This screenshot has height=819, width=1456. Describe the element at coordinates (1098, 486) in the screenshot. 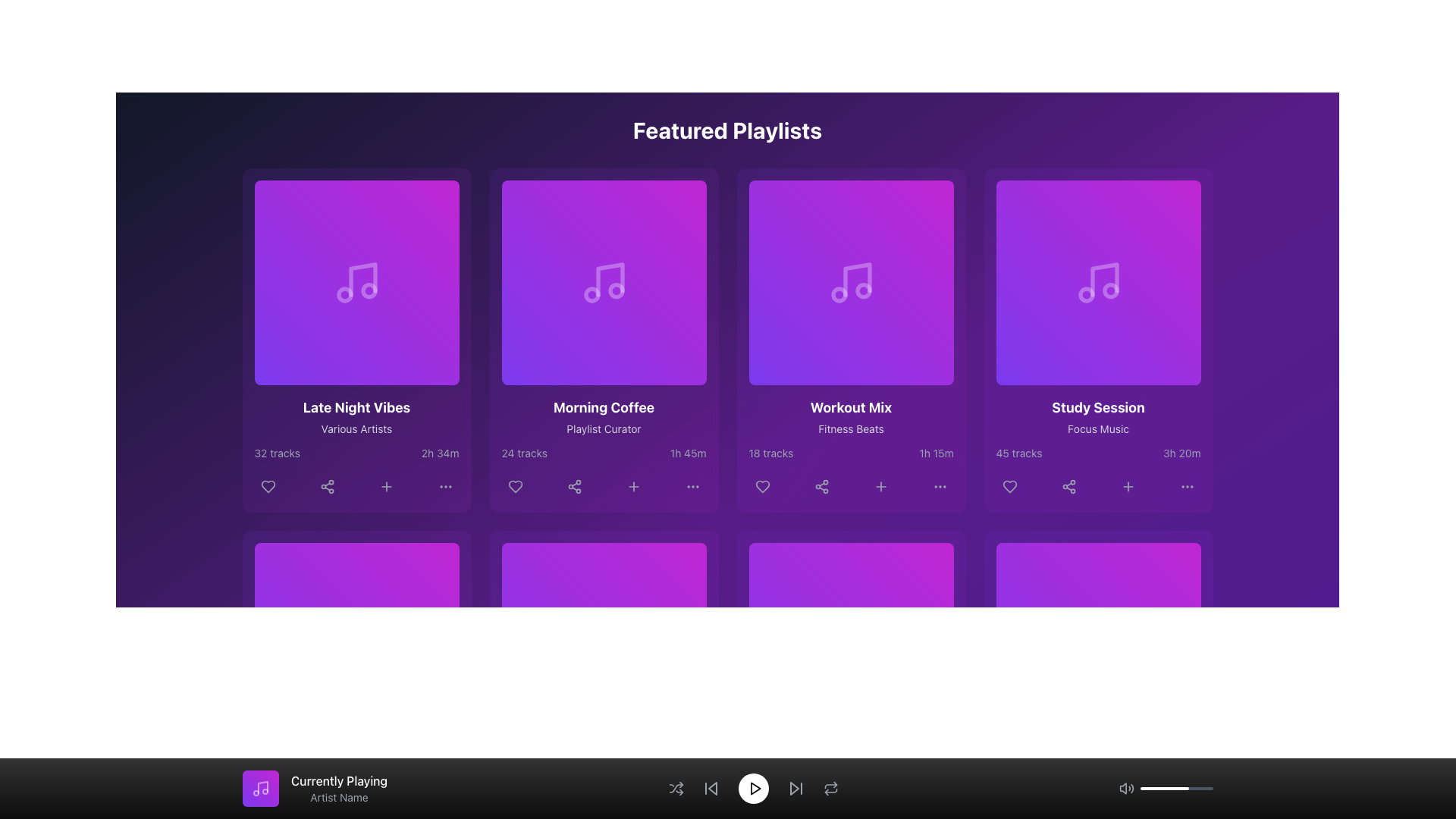

I see `the grouped interactive control containing buttons located at the bottom section of the 'Study Session' playlist card` at that location.